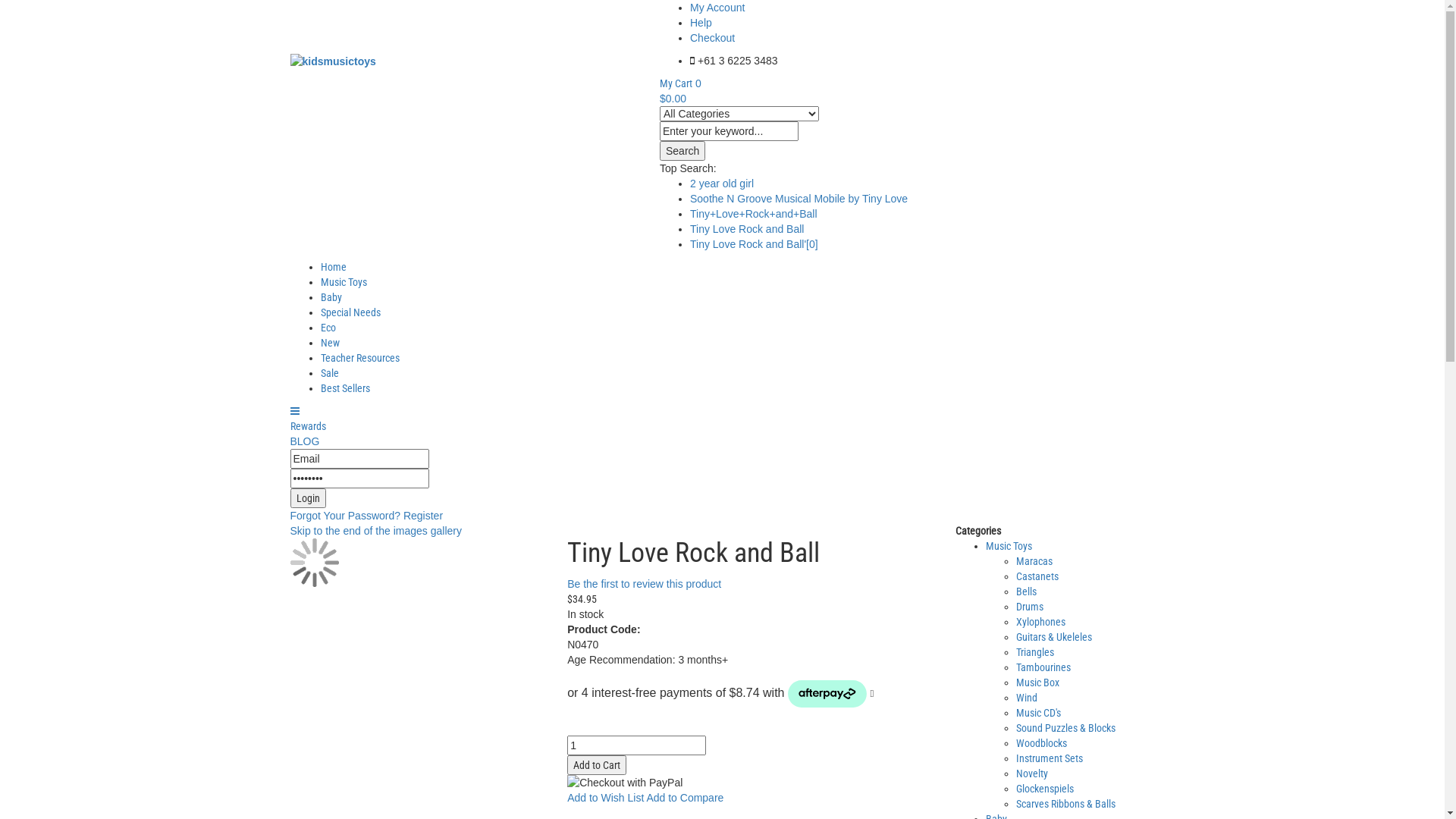  Describe the element at coordinates (716, 8) in the screenshot. I see `'My Account'` at that location.